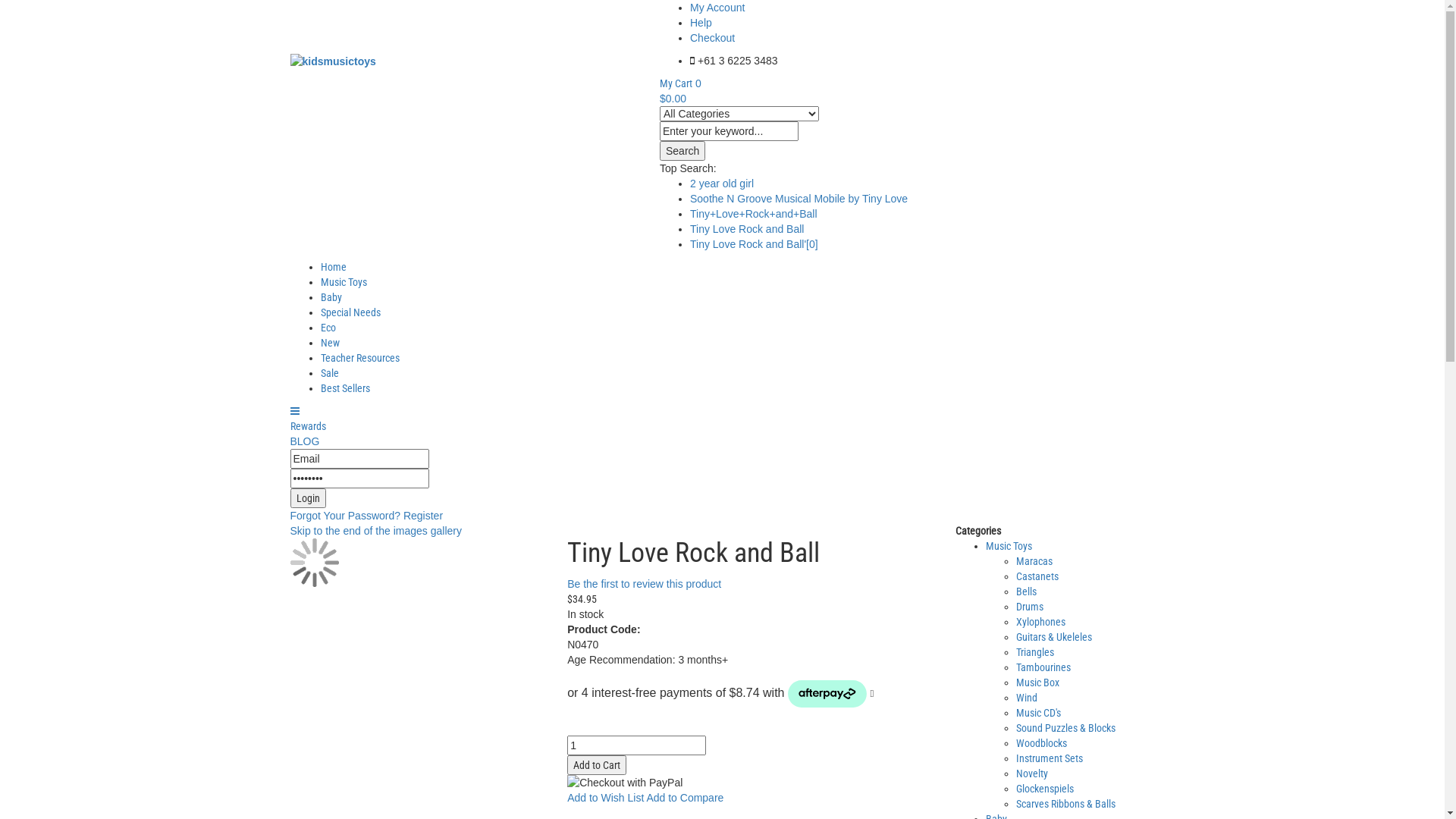  Describe the element at coordinates (716, 8) in the screenshot. I see `'My Account'` at that location.